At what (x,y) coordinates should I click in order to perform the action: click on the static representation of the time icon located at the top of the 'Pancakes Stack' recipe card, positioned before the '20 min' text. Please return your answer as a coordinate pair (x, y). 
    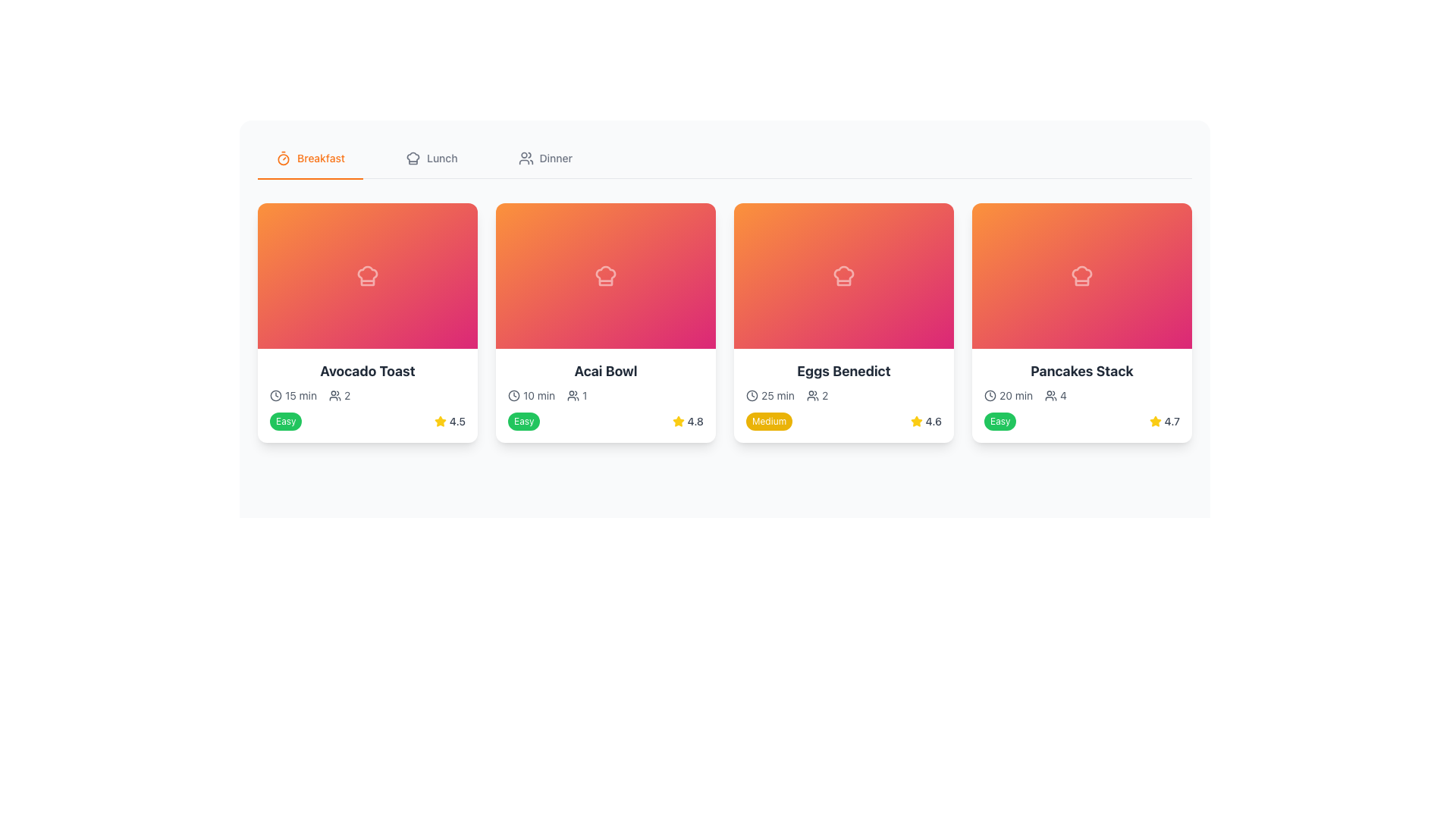
    Looking at the image, I should click on (990, 394).